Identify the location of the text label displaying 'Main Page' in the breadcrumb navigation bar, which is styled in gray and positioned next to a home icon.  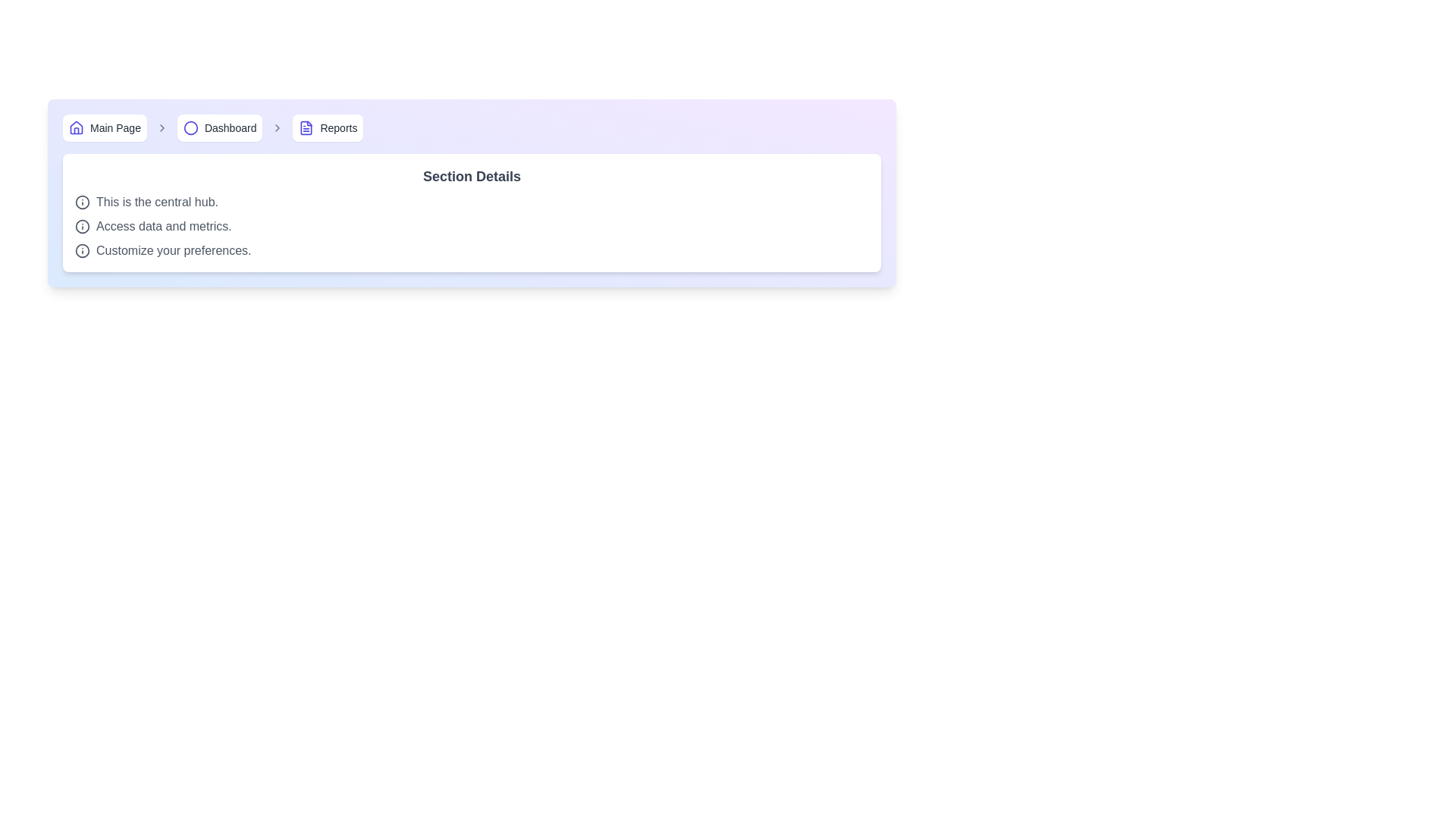
(115, 127).